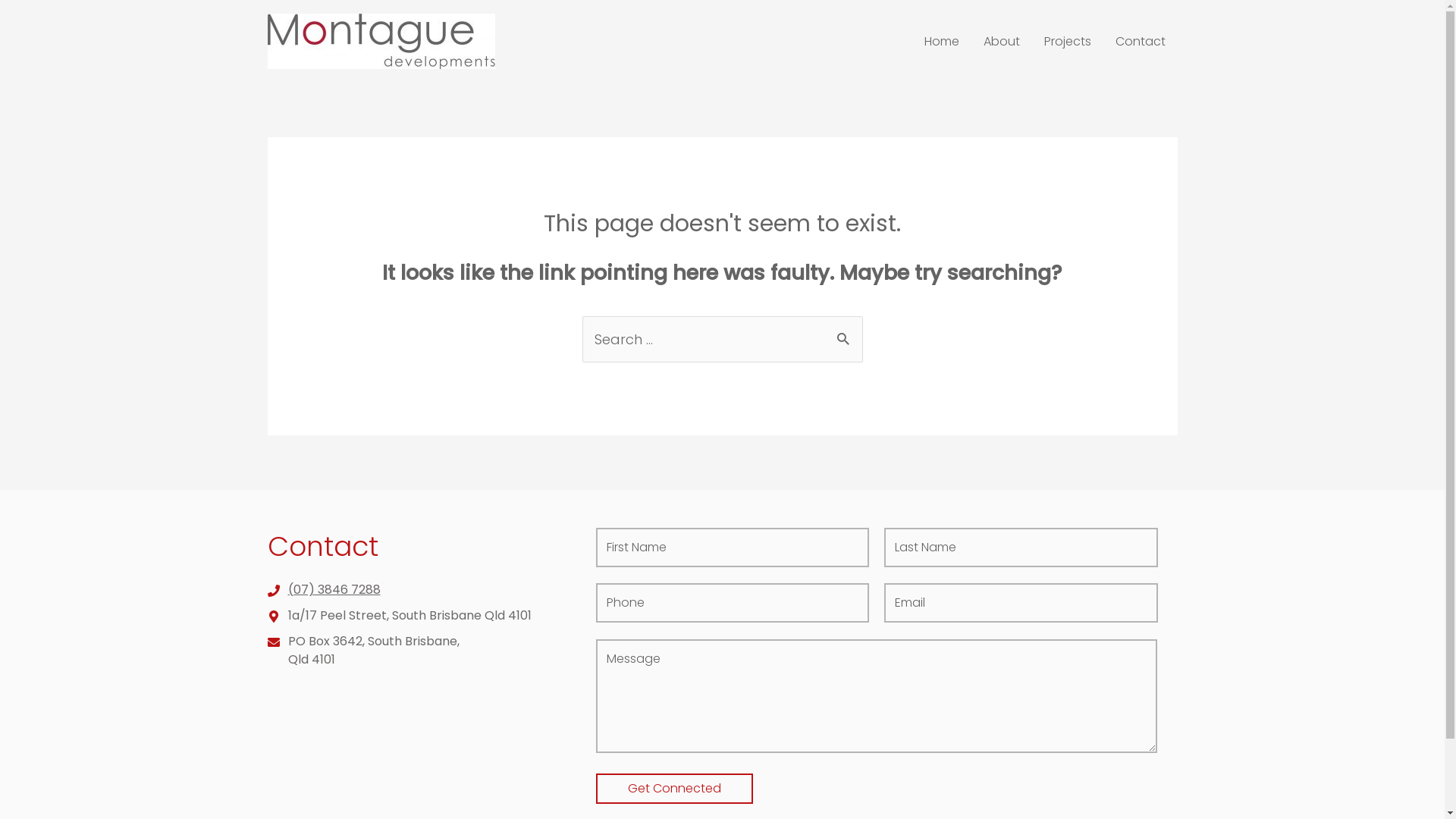 The width and height of the screenshot is (1456, 819). I want to click on 'About', so click(1001, 40).